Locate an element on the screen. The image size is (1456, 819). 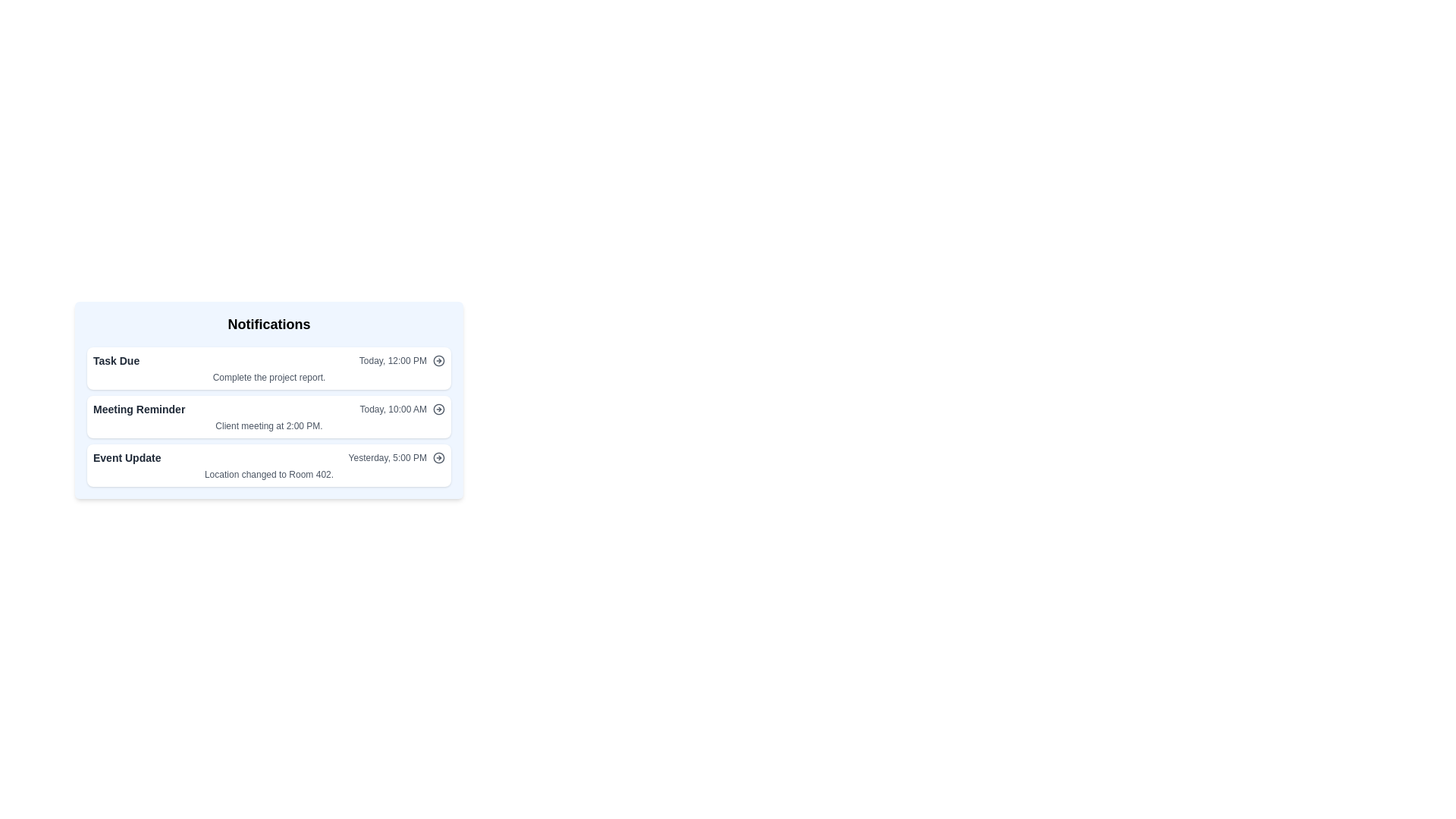
the circular icon with a right-pointing arrow, located to the right of the text 'Today, 12:00 PM' is located at coordinates (438, 360).